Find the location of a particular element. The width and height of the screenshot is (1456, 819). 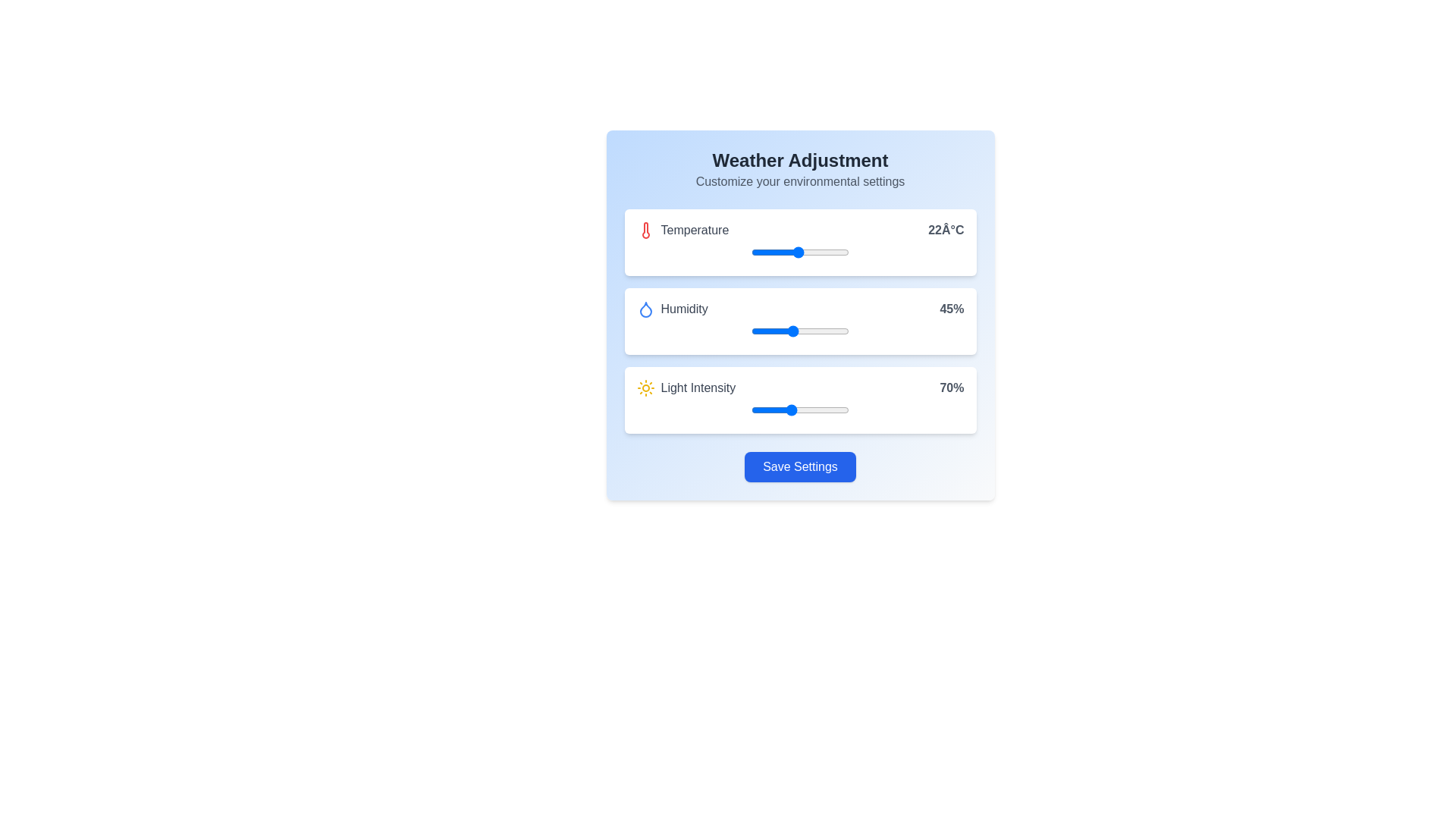

the red thermometer icon representing the 'Temperature' setting, located in the 'Temperature' section of the interface is located at coordinates (645, 231).